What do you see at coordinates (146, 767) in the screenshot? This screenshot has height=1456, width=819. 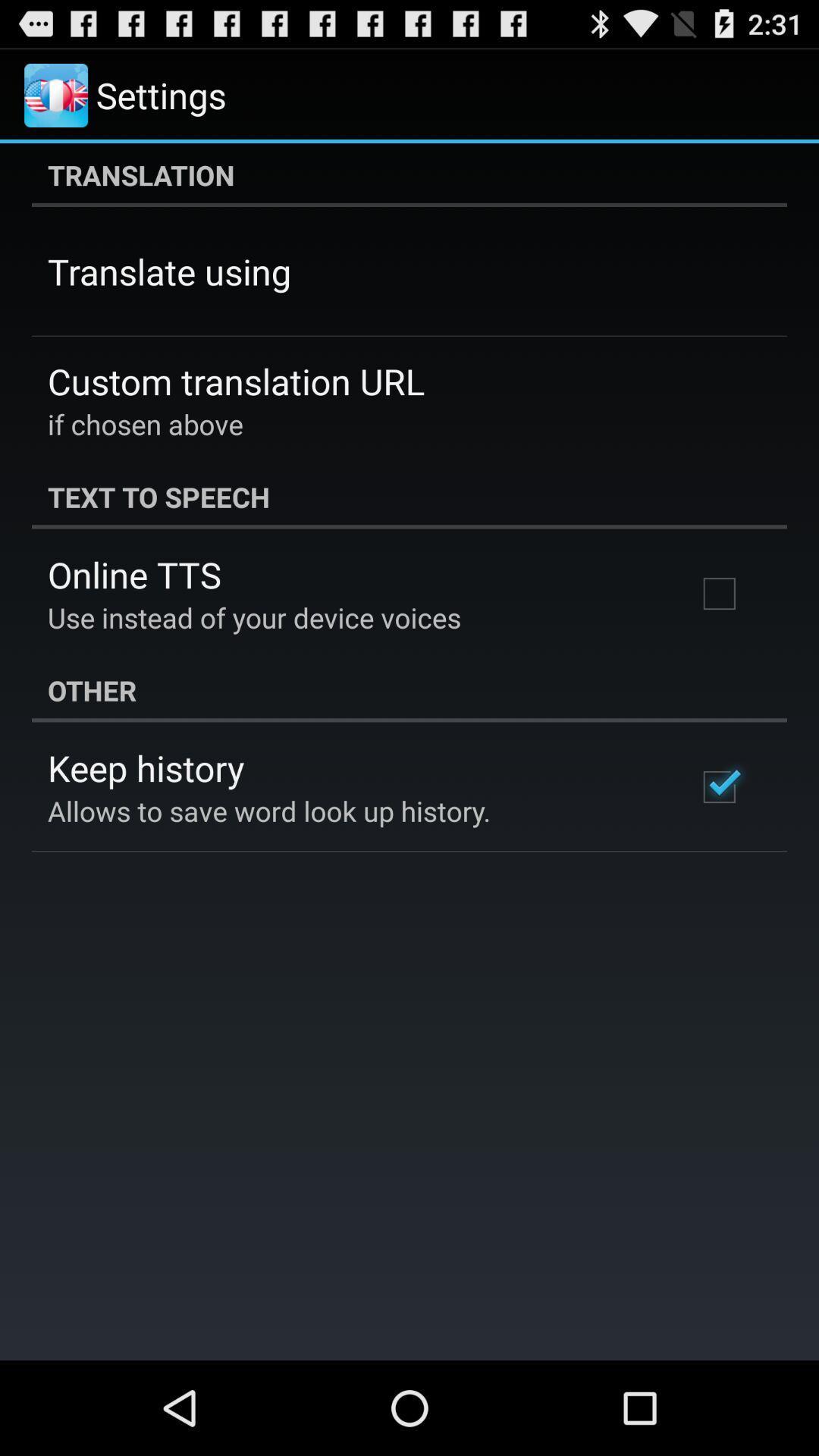 I see `keep history app` at bounding box center [146, 767].